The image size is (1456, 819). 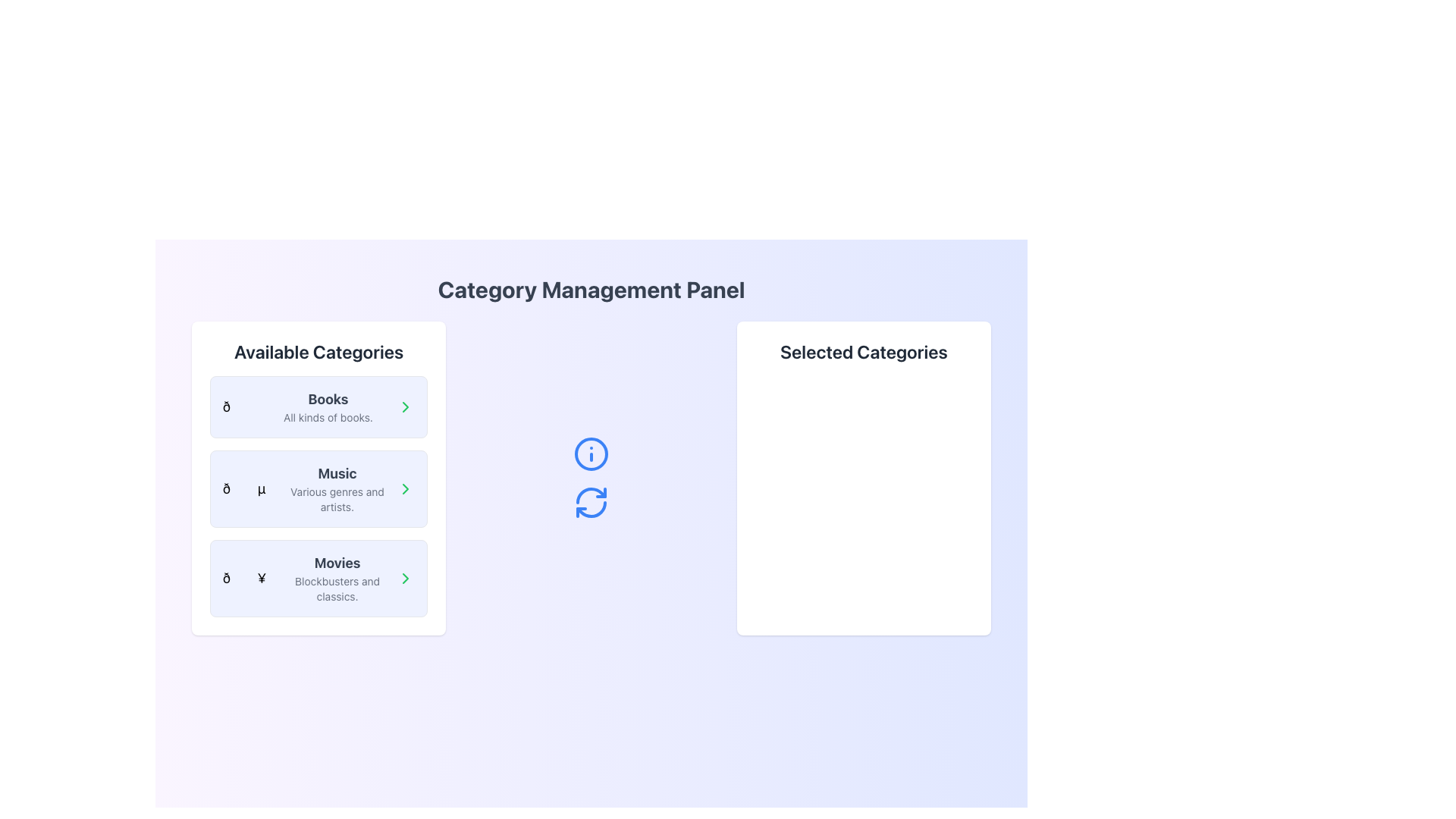 What do you see at coordinates (336, 472) in the screenshot?
I see `title text element labeled 'Music' located in the 'Available Categories' section on the left side of the interface` at bounding box center [336, 472].